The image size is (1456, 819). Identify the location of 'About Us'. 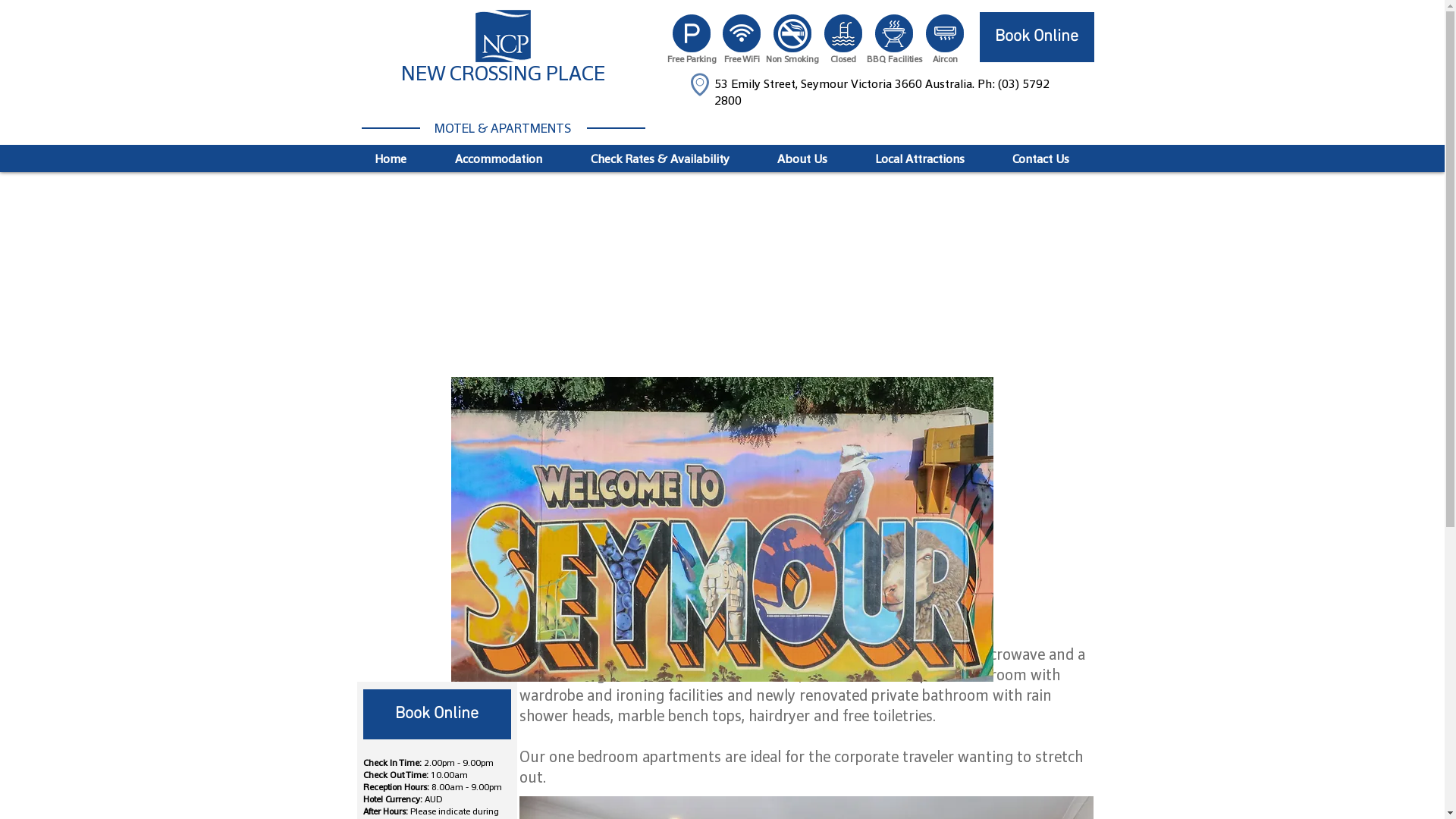
(802, 158).